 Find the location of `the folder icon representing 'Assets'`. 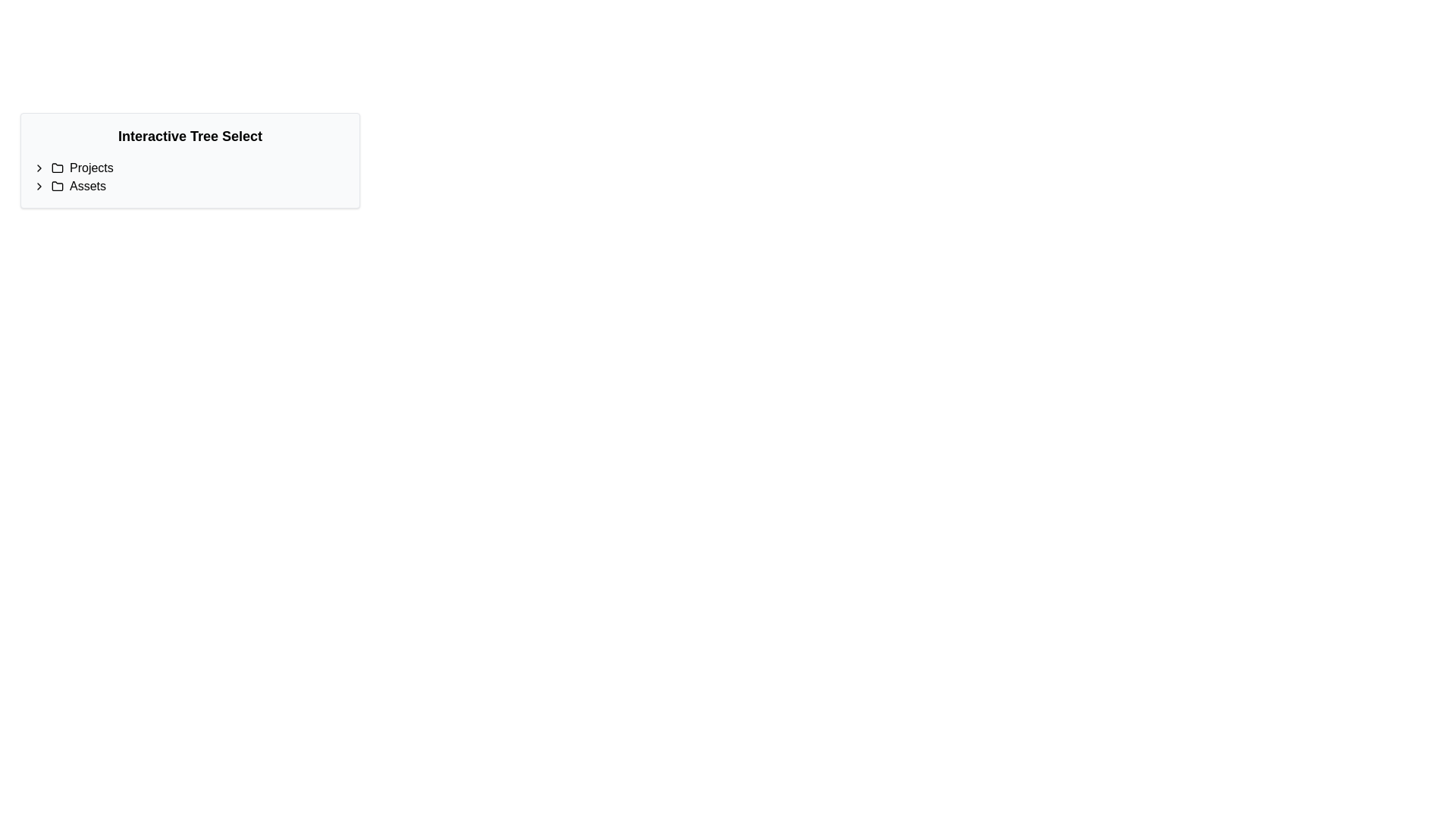

the folder icon representing 'Assets' is located at coordinates (58, 185).